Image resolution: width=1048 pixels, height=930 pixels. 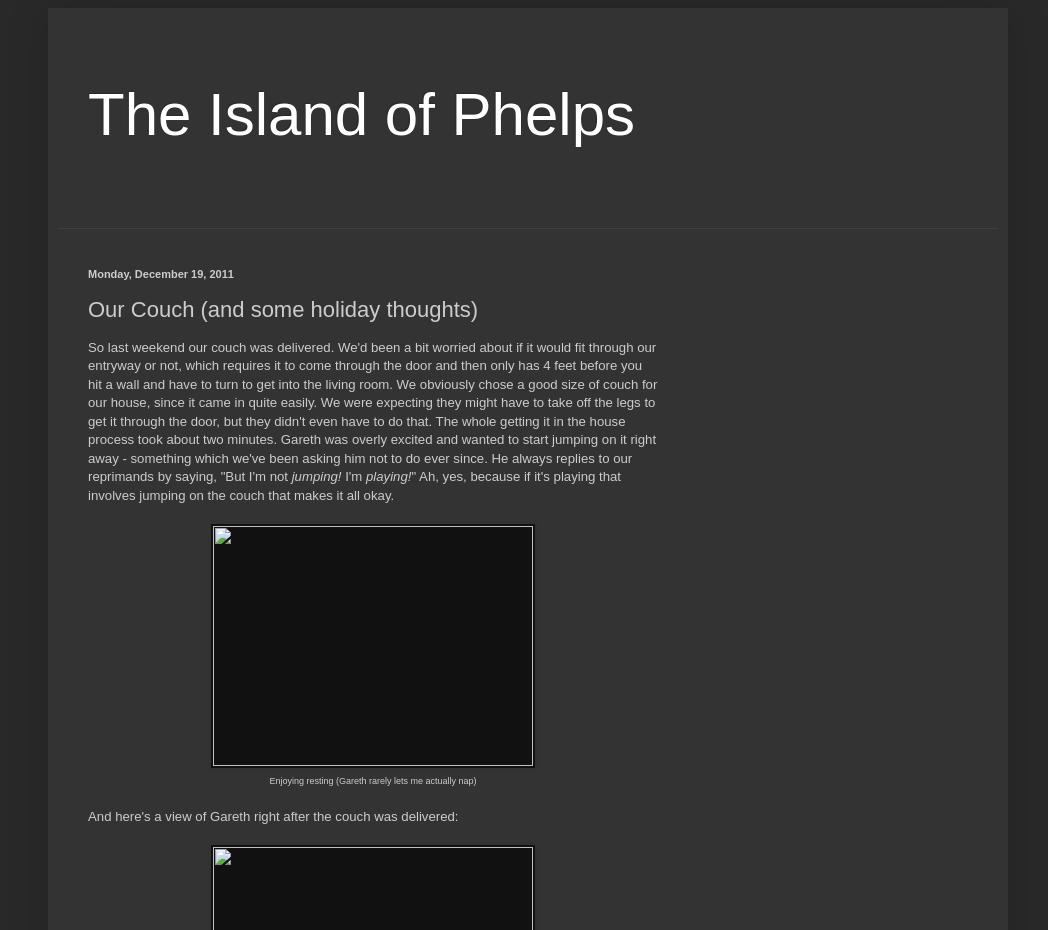 I want to click on 'So last weekend our couch was delivered. We'd been a bit worried about if it would fit through our entryway or not, which requires it to come through the door and then only has 4 feet before you hit a wall and have to turn to get into the living room. We obviously chose a good size of couch for our house, since it came in quite easily. We were expecting they might have to take off the legs to get it through the door, but they didn't even have to do that. The whole getting it in the house process took about two minutes. Gareth was overly excited and wanted to start jumping on it right away - something which we've been asking him not to do ever since. He always replies to our reprimands by saying, "But I'm not', so click(x=87, y=411).